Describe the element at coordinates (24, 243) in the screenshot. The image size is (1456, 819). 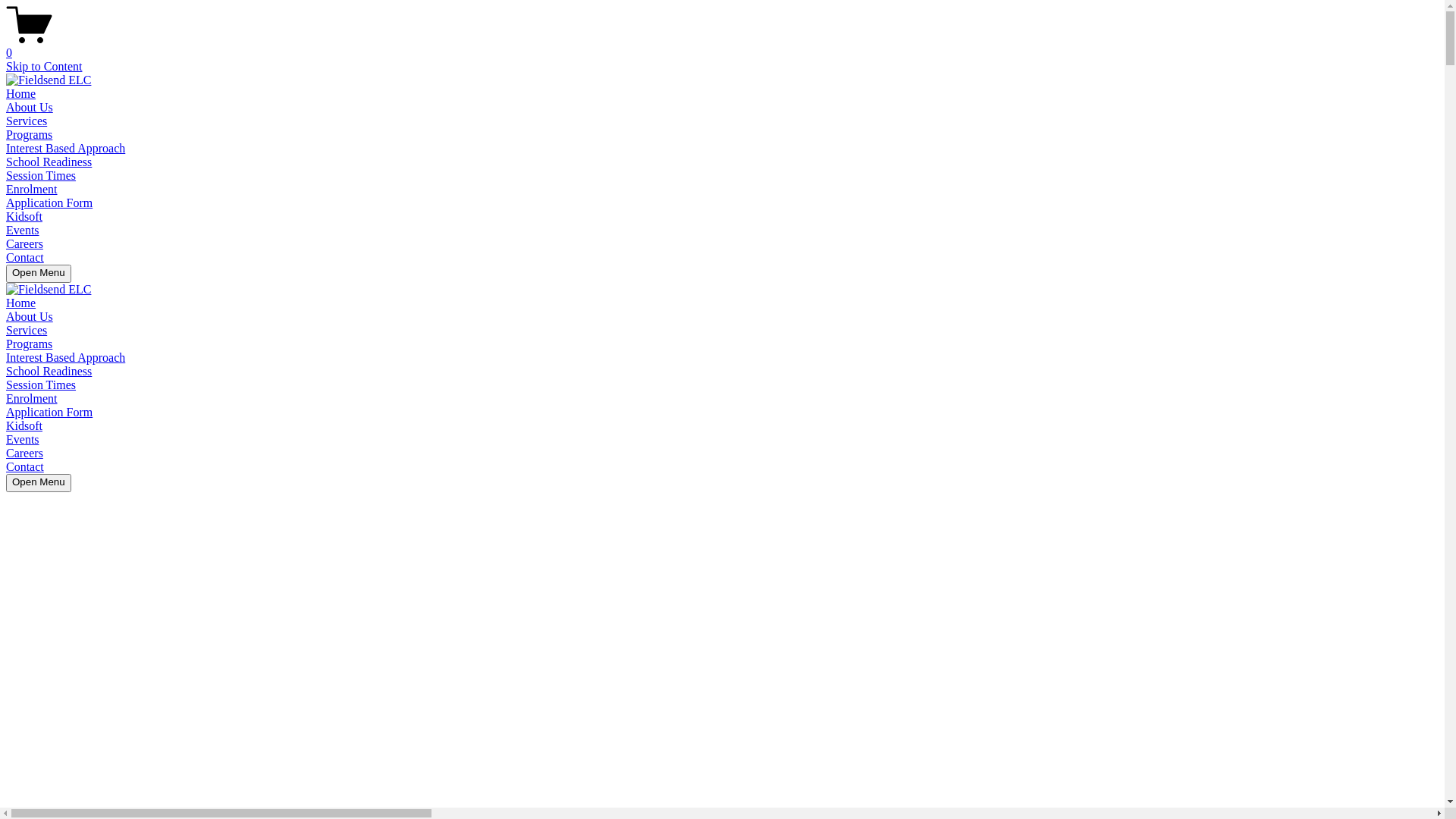
I see `'Careers'` at that location.